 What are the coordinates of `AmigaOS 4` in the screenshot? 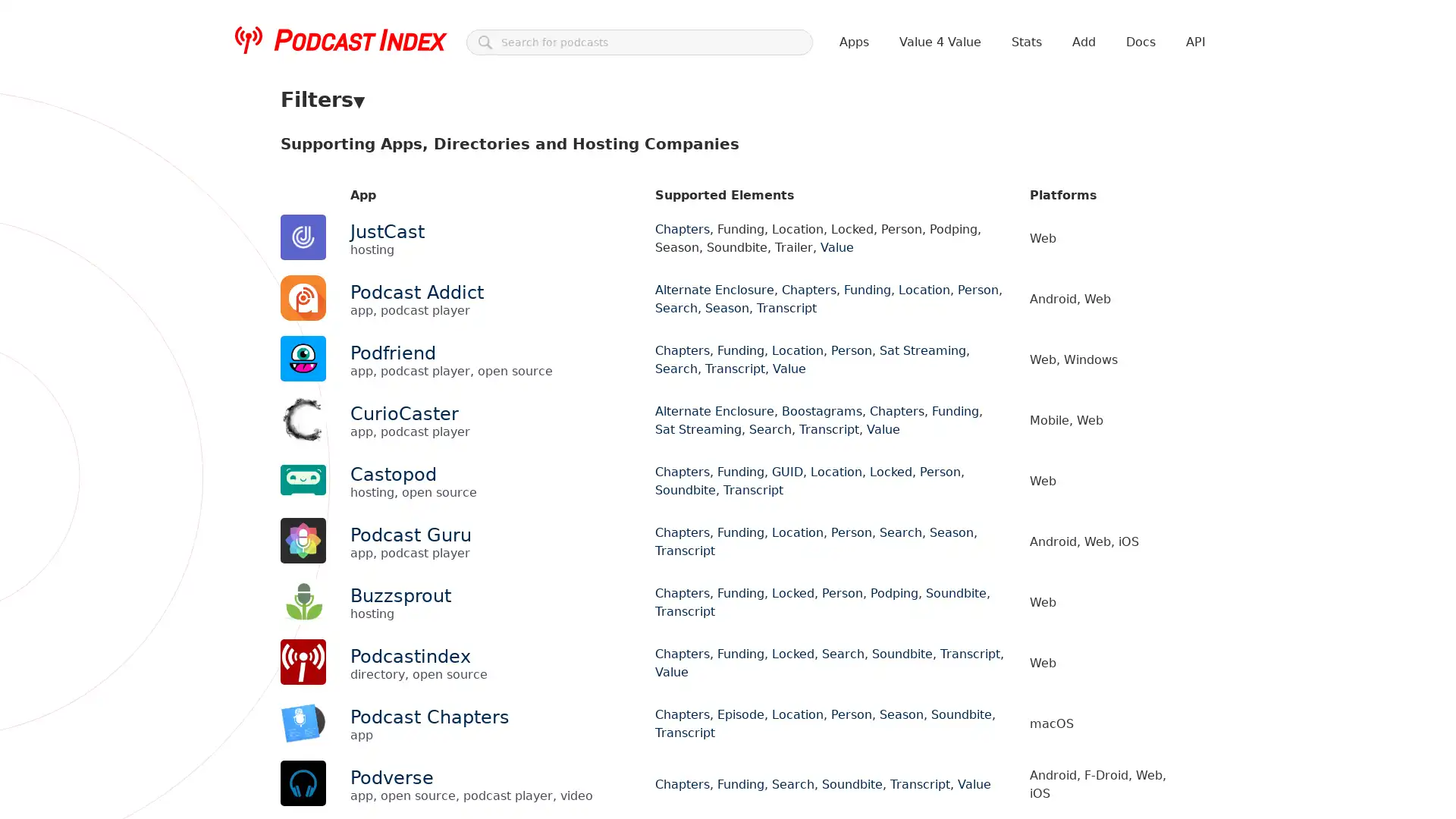 It's located at (358, 311).